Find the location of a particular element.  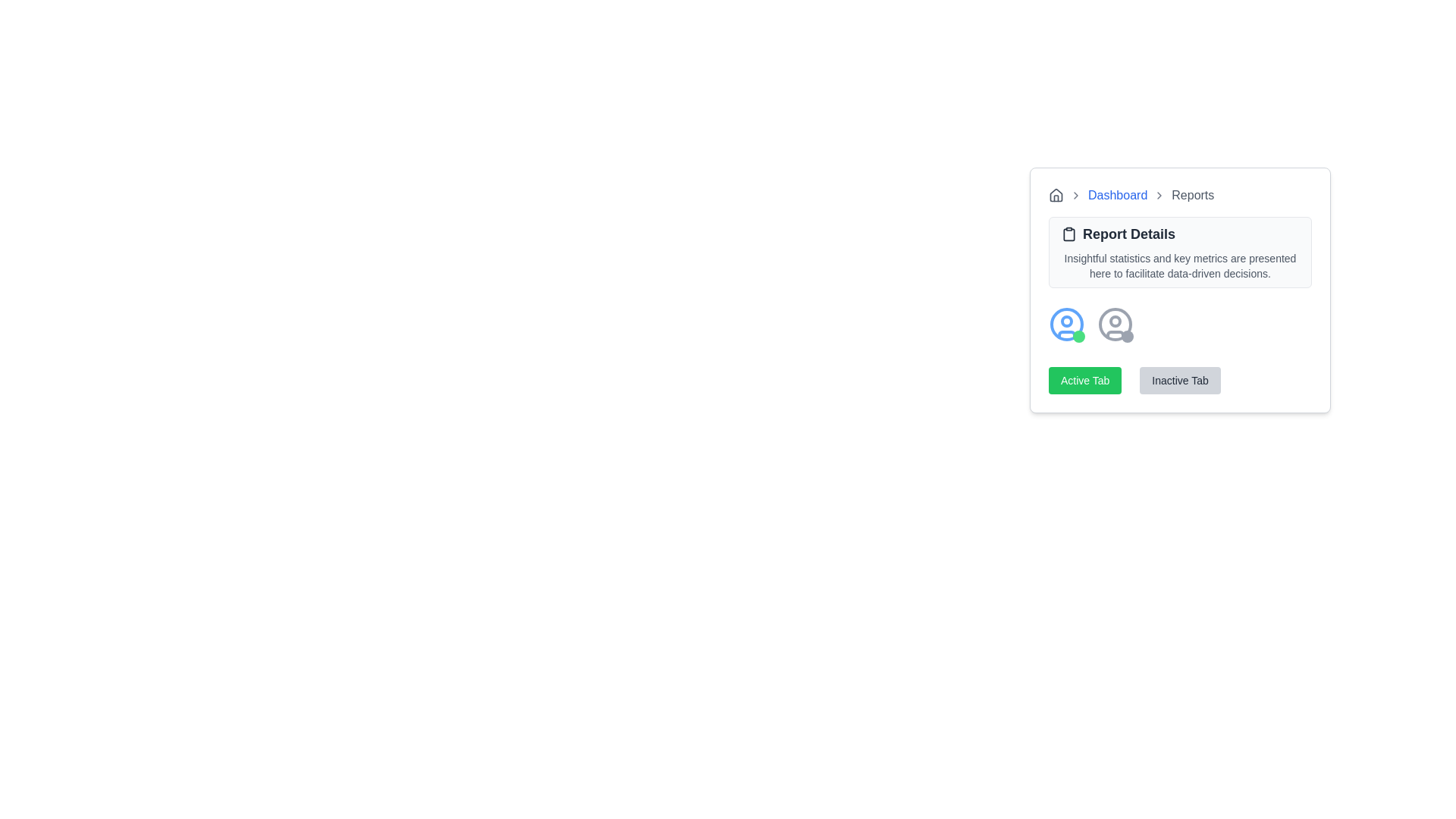

the chevron icon that serves as a visual separator in the breadcrumb navigation, positioned between the house icon ('Home') and the 'Dashboard' text link is located at coordinates (1075, 195).